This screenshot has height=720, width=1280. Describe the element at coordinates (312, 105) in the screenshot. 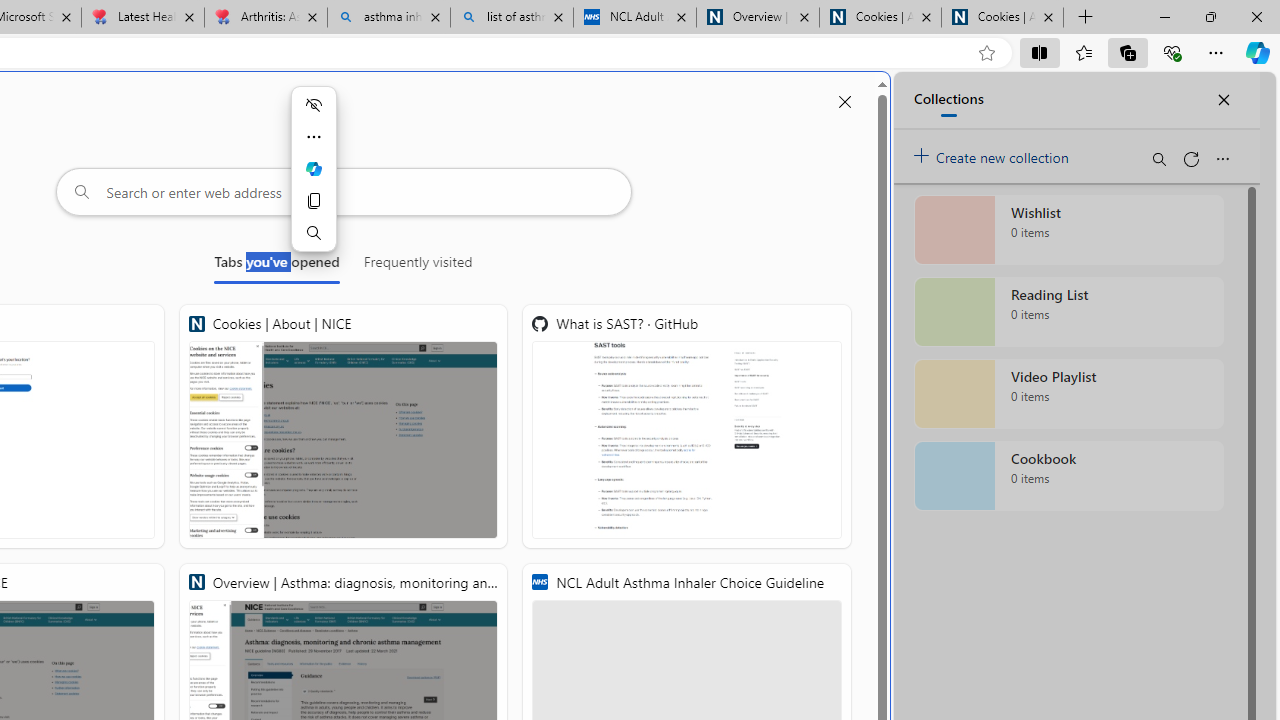

I see `'Hide menu'` at that location.